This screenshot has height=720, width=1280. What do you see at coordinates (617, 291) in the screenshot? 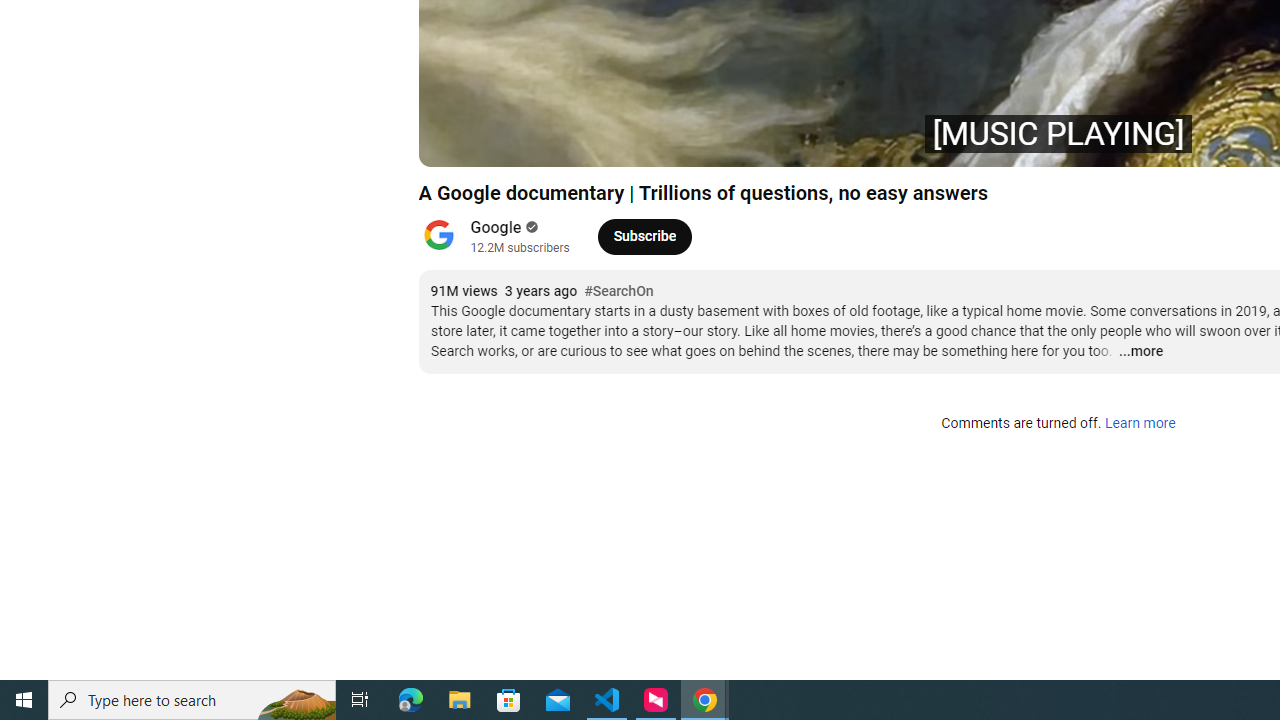
I see `'#SearchOn'` at bounding box center [617, 291].